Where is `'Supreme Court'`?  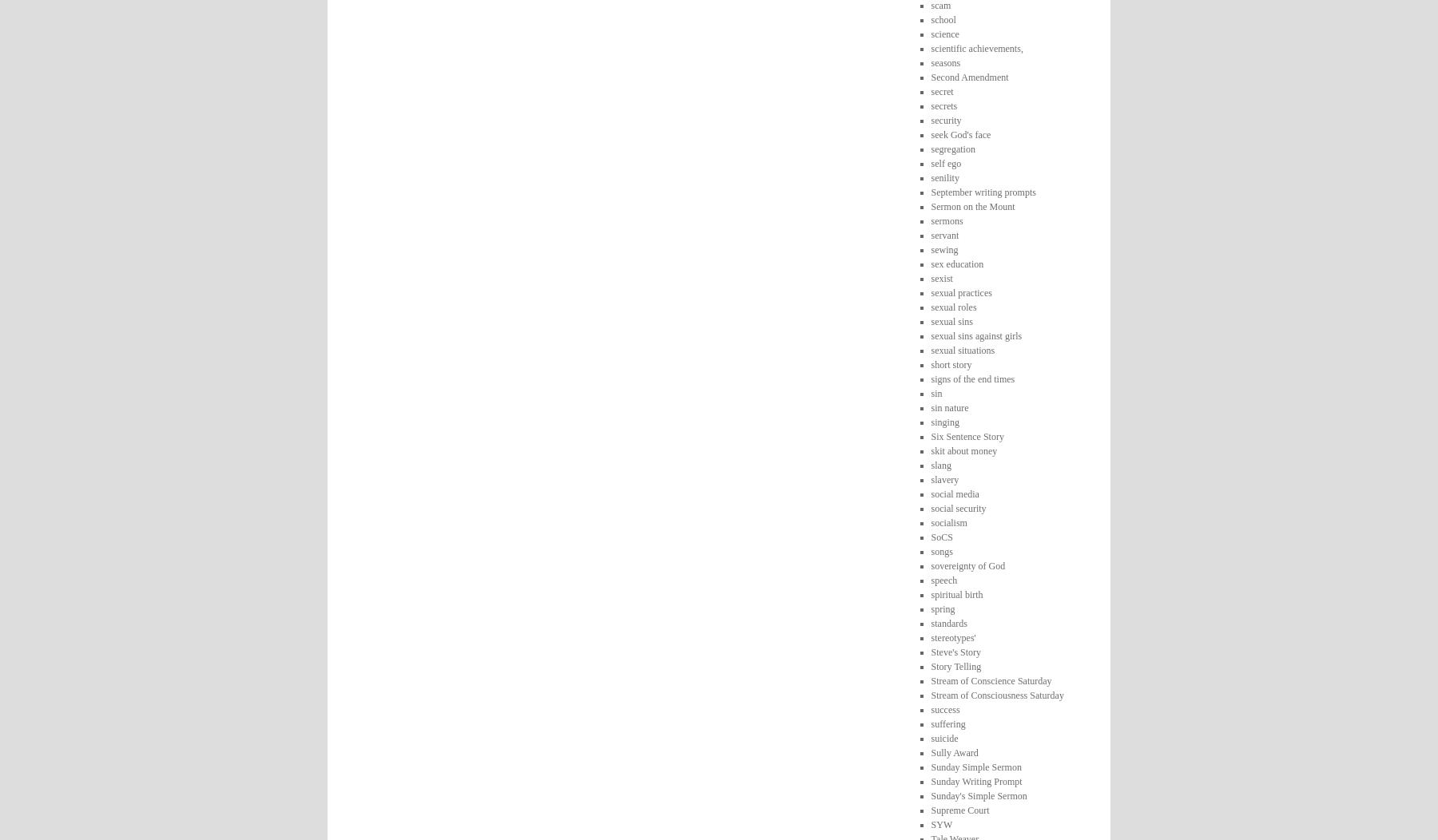 'Supreme Court' is located at coordinates (959, 809).